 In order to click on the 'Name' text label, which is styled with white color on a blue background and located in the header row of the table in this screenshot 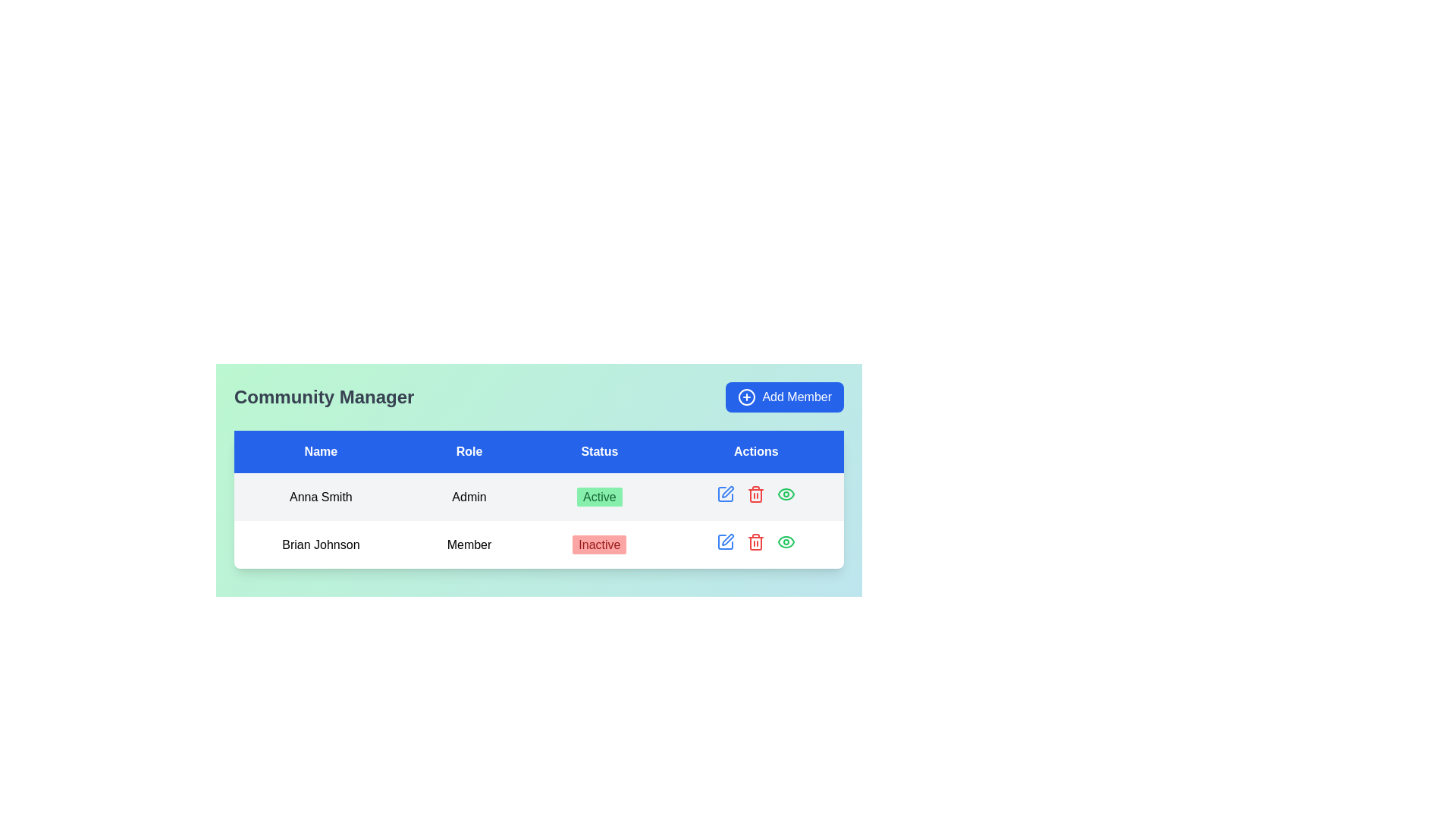, I will do `click(320, 451)`.